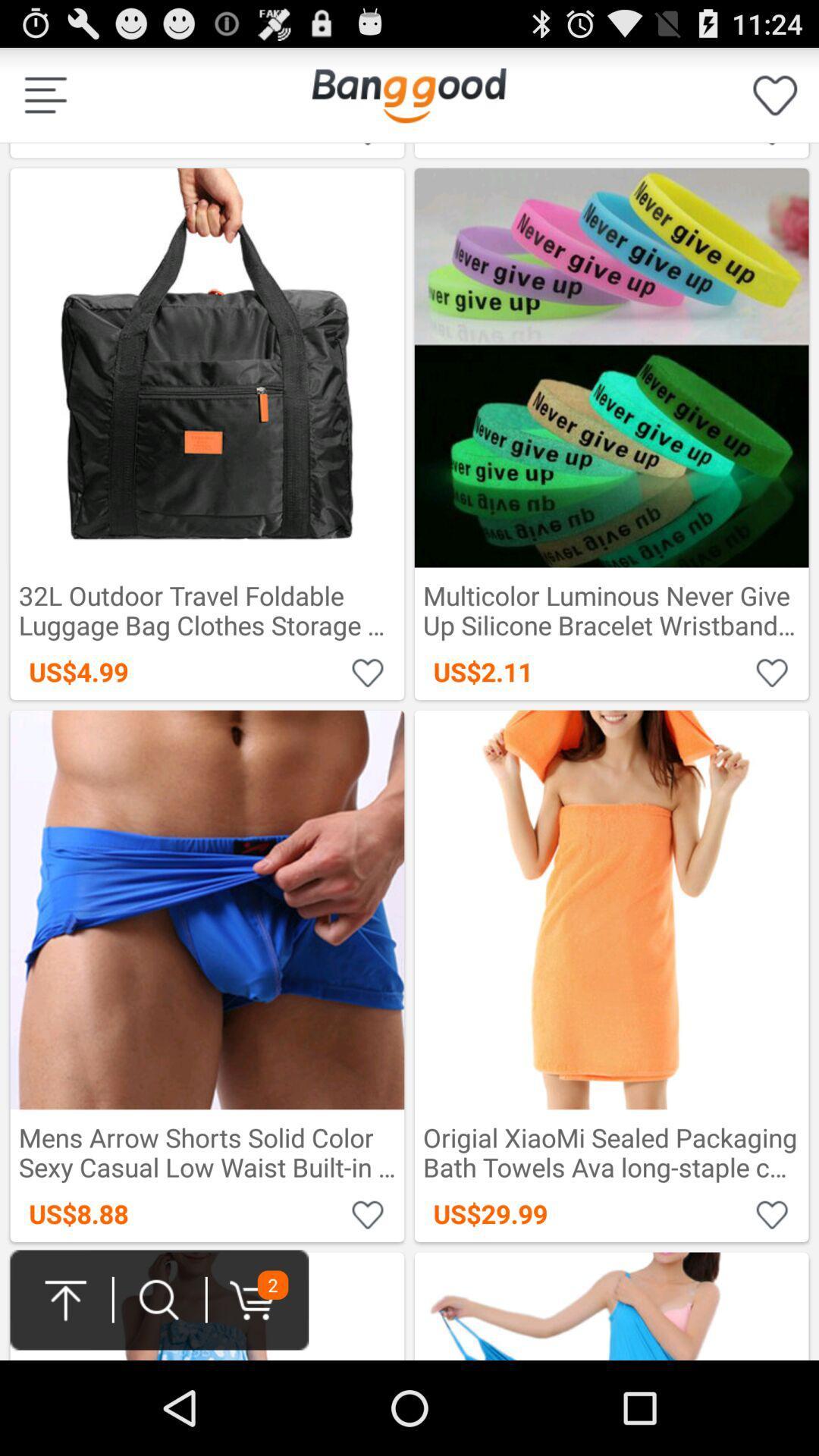 This screenshot has height=1456, width=819. I want to click on to favorites, so click(772, 671).